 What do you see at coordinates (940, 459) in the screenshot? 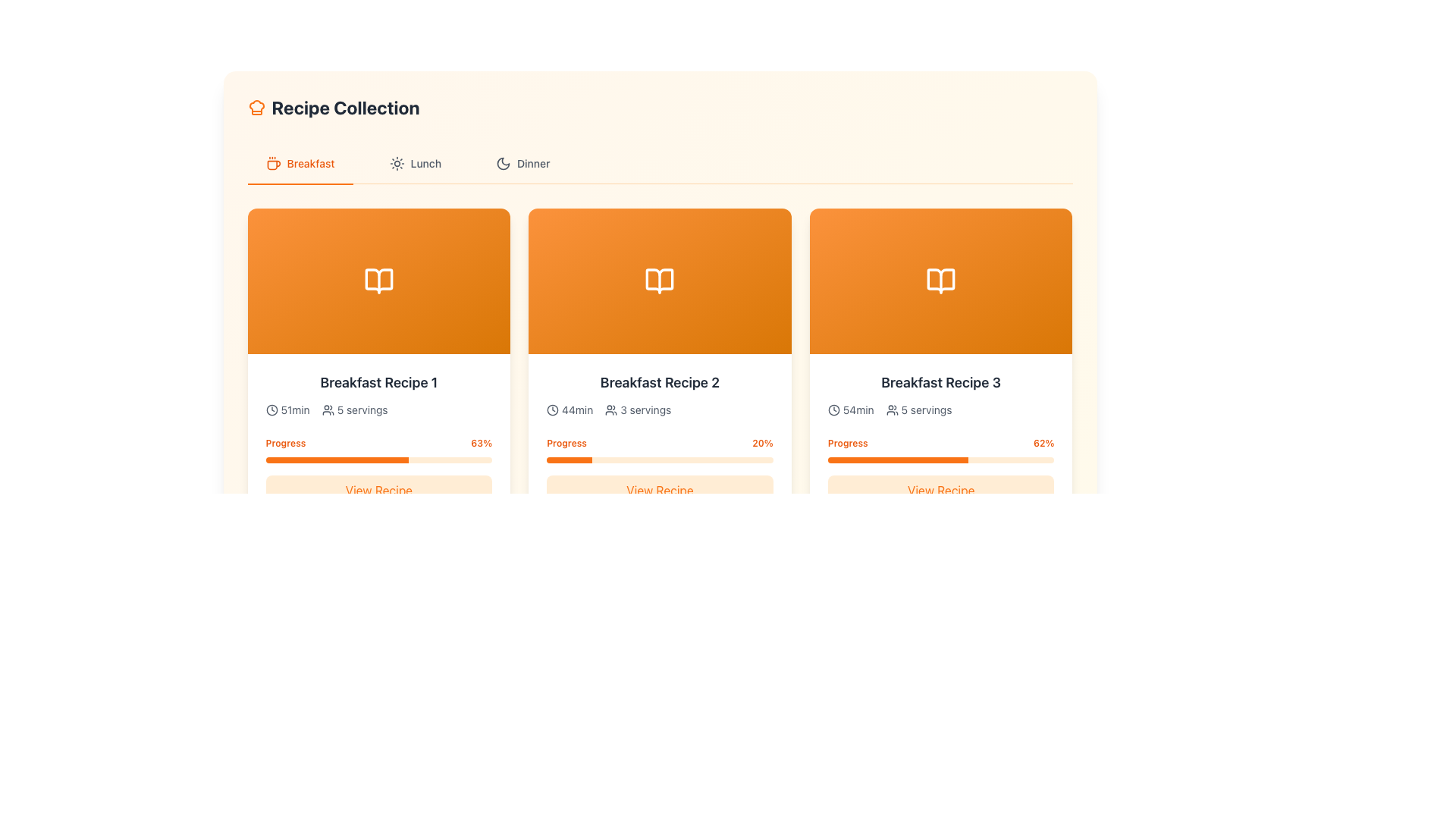
I see `the progress bar with a light orange background, which is located in the third recipe card under the 'Breakfast' tab, below the 'Progress' label and above the 'View Recipe' button, representing the progress of 'Breakfast Recipe 3'` at bounding box center [940, 459].